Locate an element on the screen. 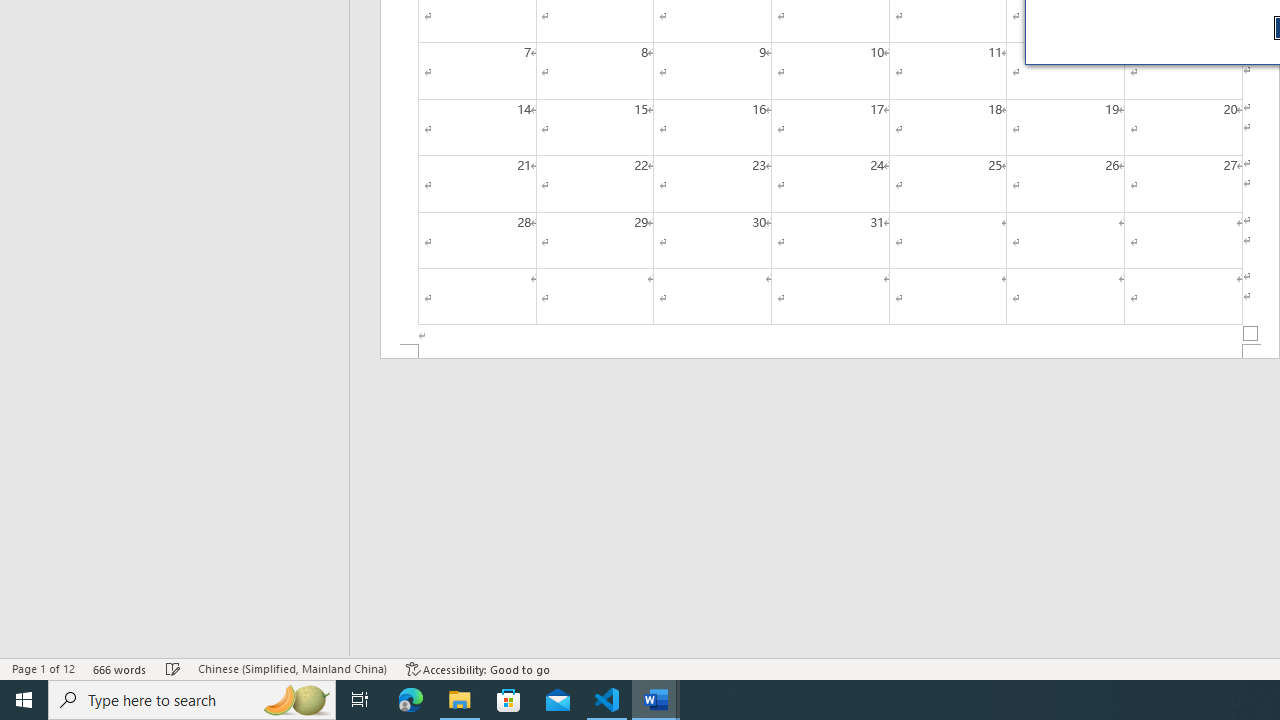 The width and height of the screenshot is (1280, 720). 'Spelling and Grammar Check Checking' is located at coordinates (173, 669).